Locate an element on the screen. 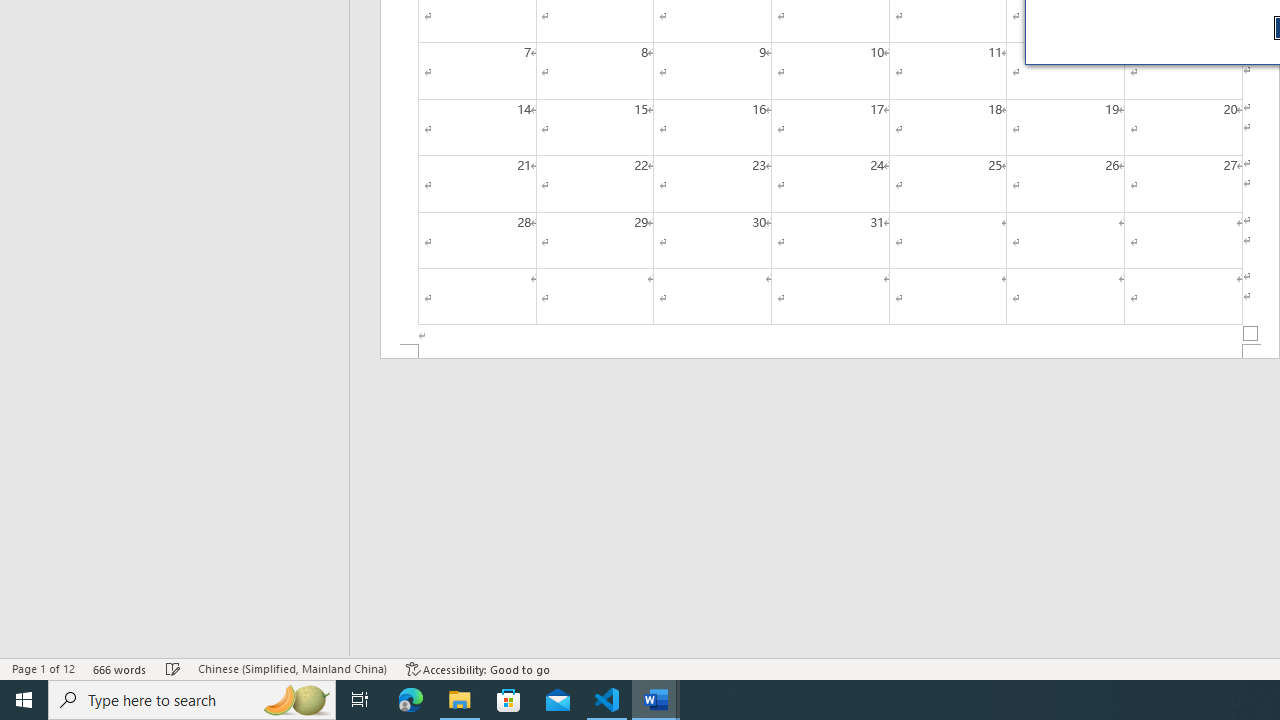 The width and height of the screenshot is (1280, 720). 'Spelling and Grammar Check Checking' is located at coordinates (173, 669).